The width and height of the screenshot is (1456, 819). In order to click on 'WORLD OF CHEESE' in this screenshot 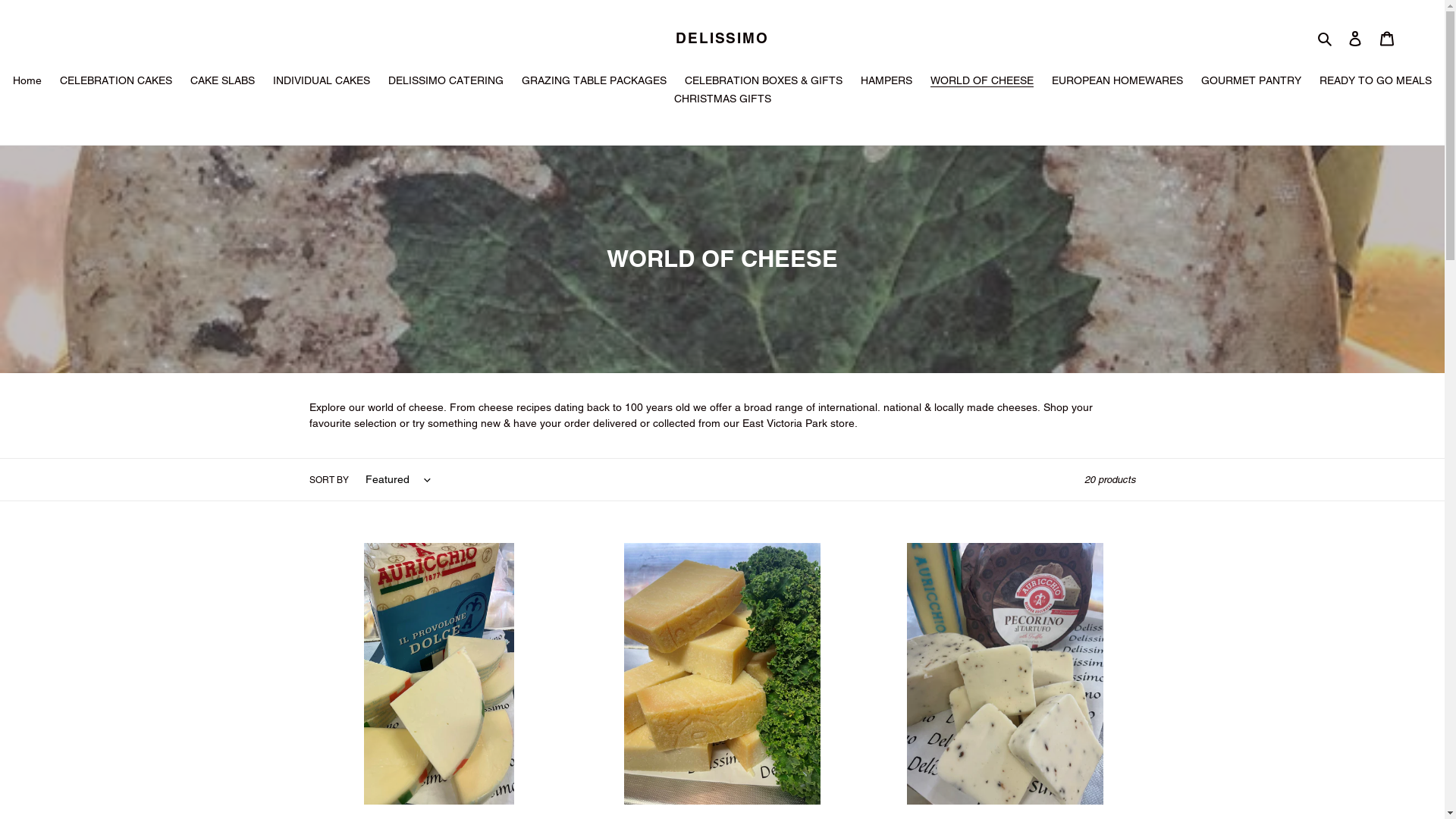, I will do `click(982, 82)`.